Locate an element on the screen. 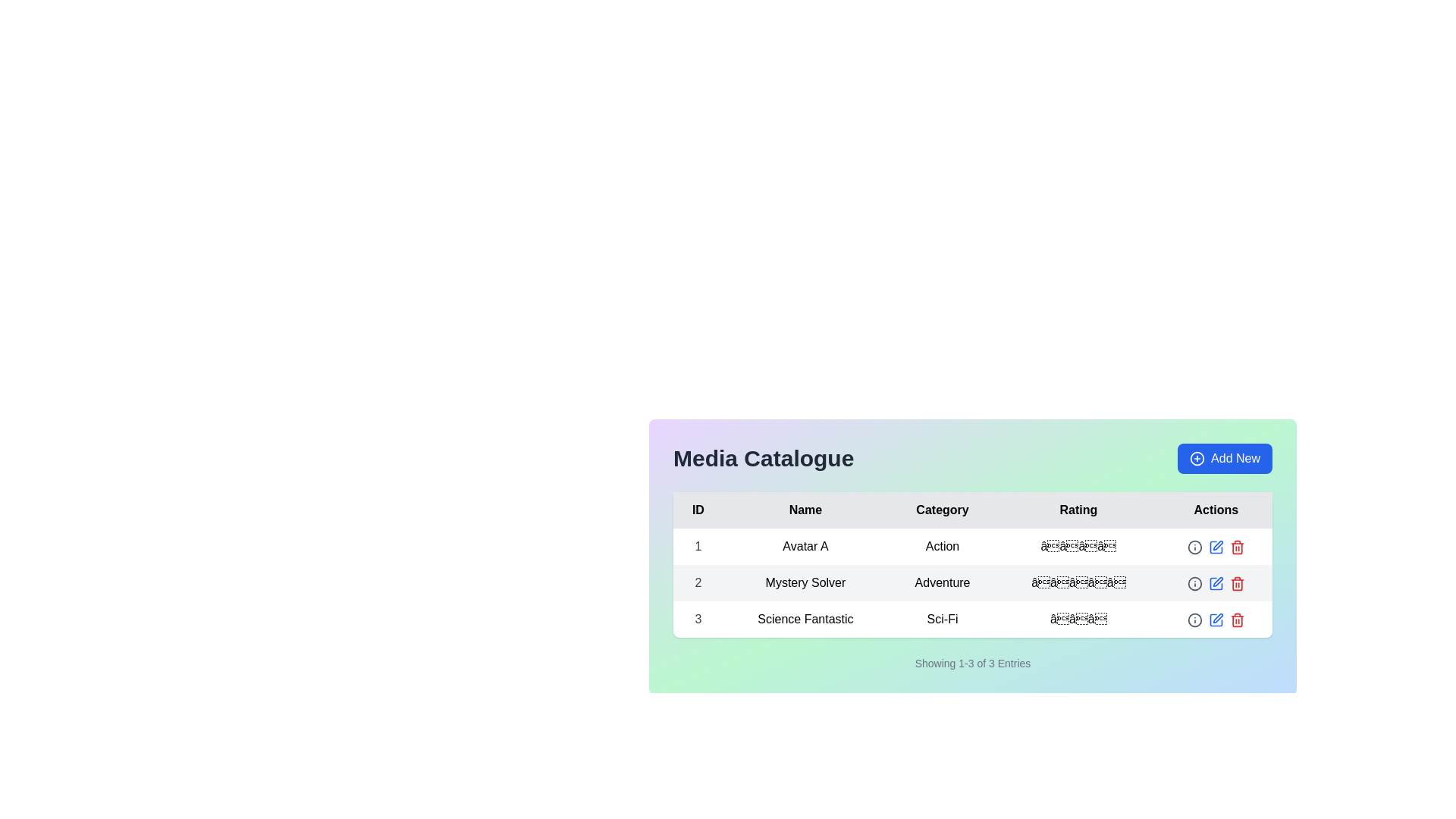 The width and height of the screenshot is (1456, 819). the text label 'Action' styled in black font on a white background, located in the 'Category' column of the table under the first row corresponding to 'Avatar A' is located at coordinates (942, 547).